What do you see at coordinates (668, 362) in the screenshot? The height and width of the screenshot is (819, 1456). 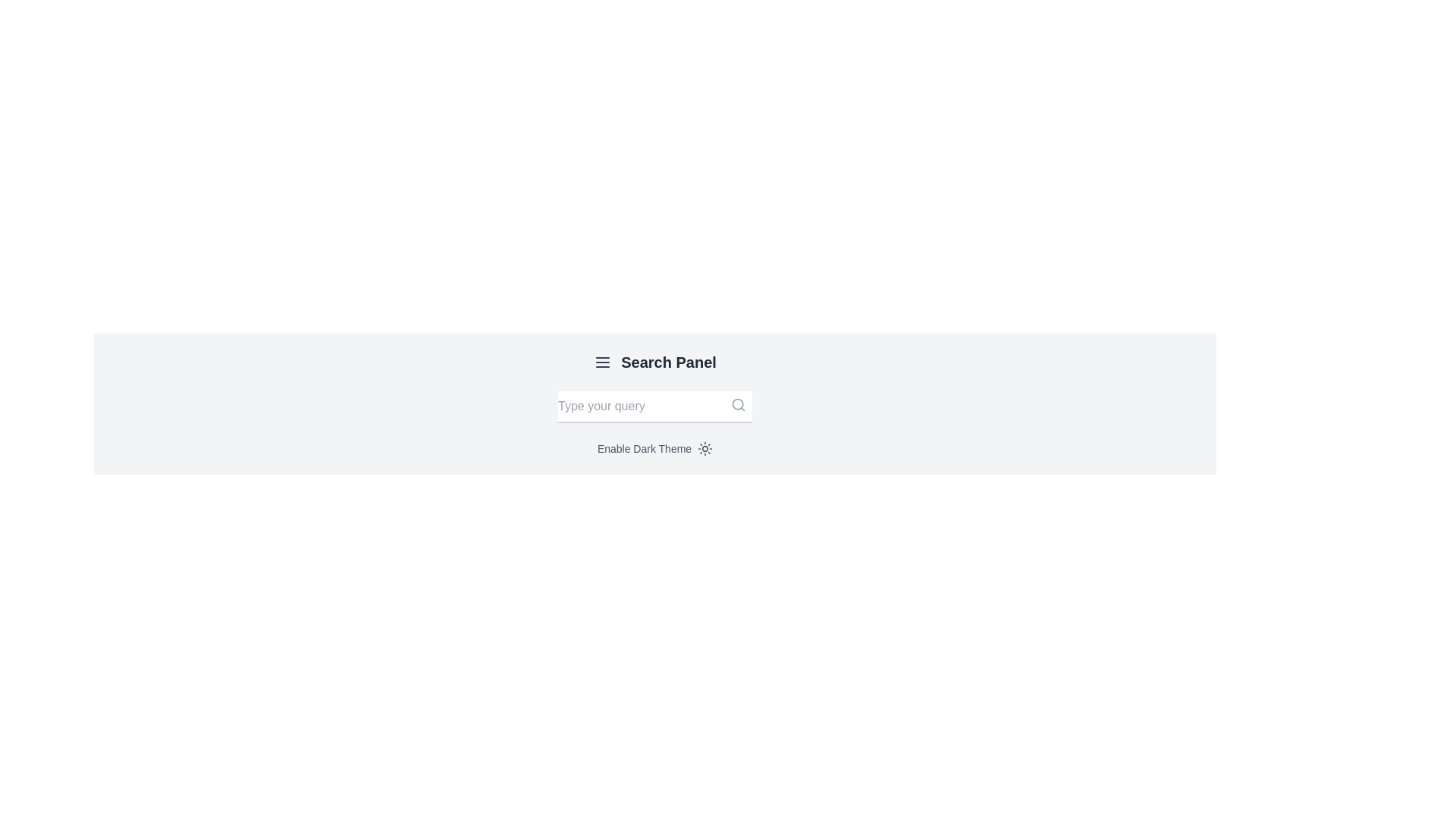 I see `the 'Search Panel' header text element, which is styled in bold and larger than typical body text` at bounding box center [668, 362].